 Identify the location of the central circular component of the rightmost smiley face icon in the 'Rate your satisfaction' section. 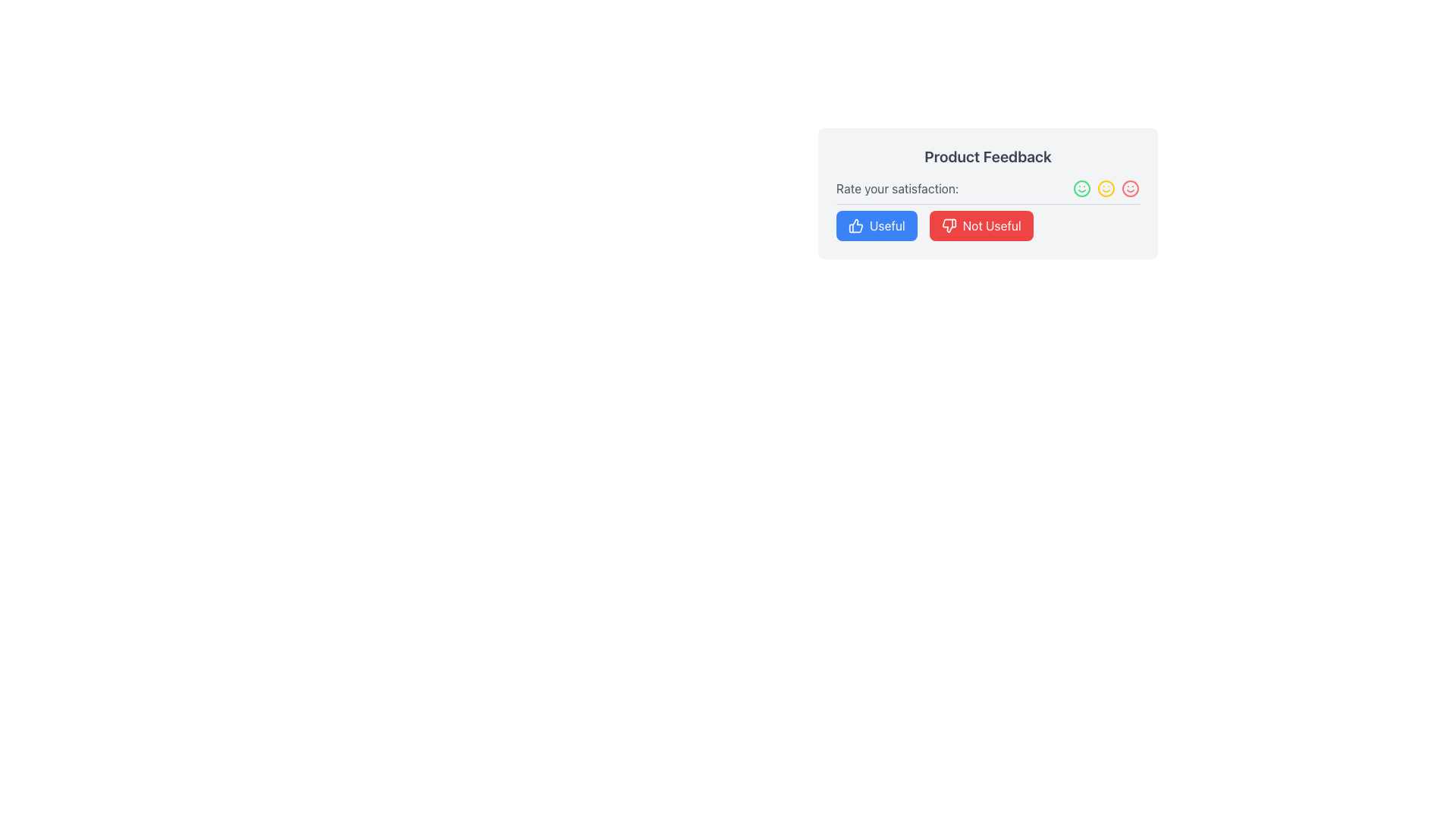
(1131, 188).